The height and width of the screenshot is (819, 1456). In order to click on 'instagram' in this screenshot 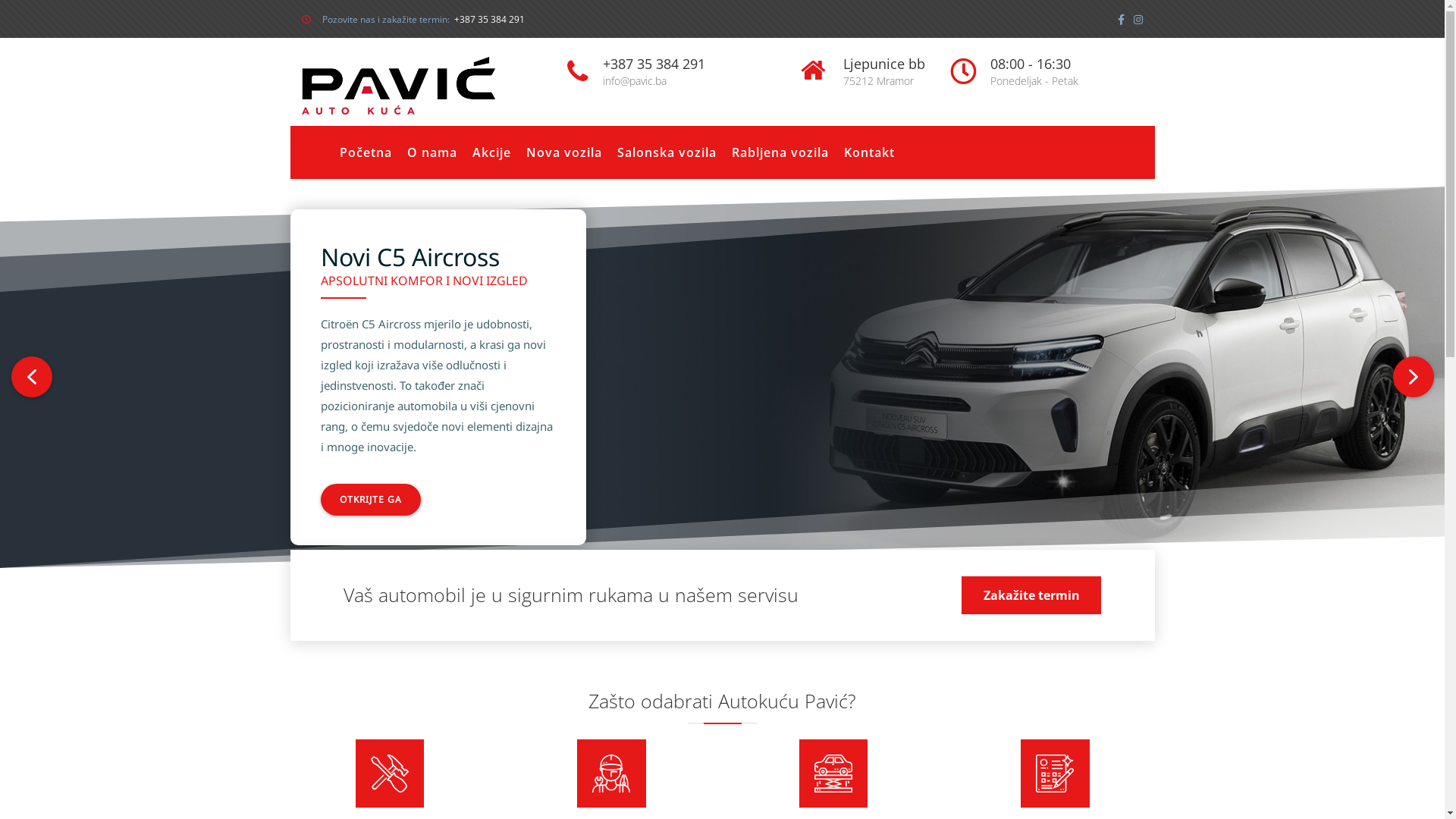, I will do `click(1138, 20)`.